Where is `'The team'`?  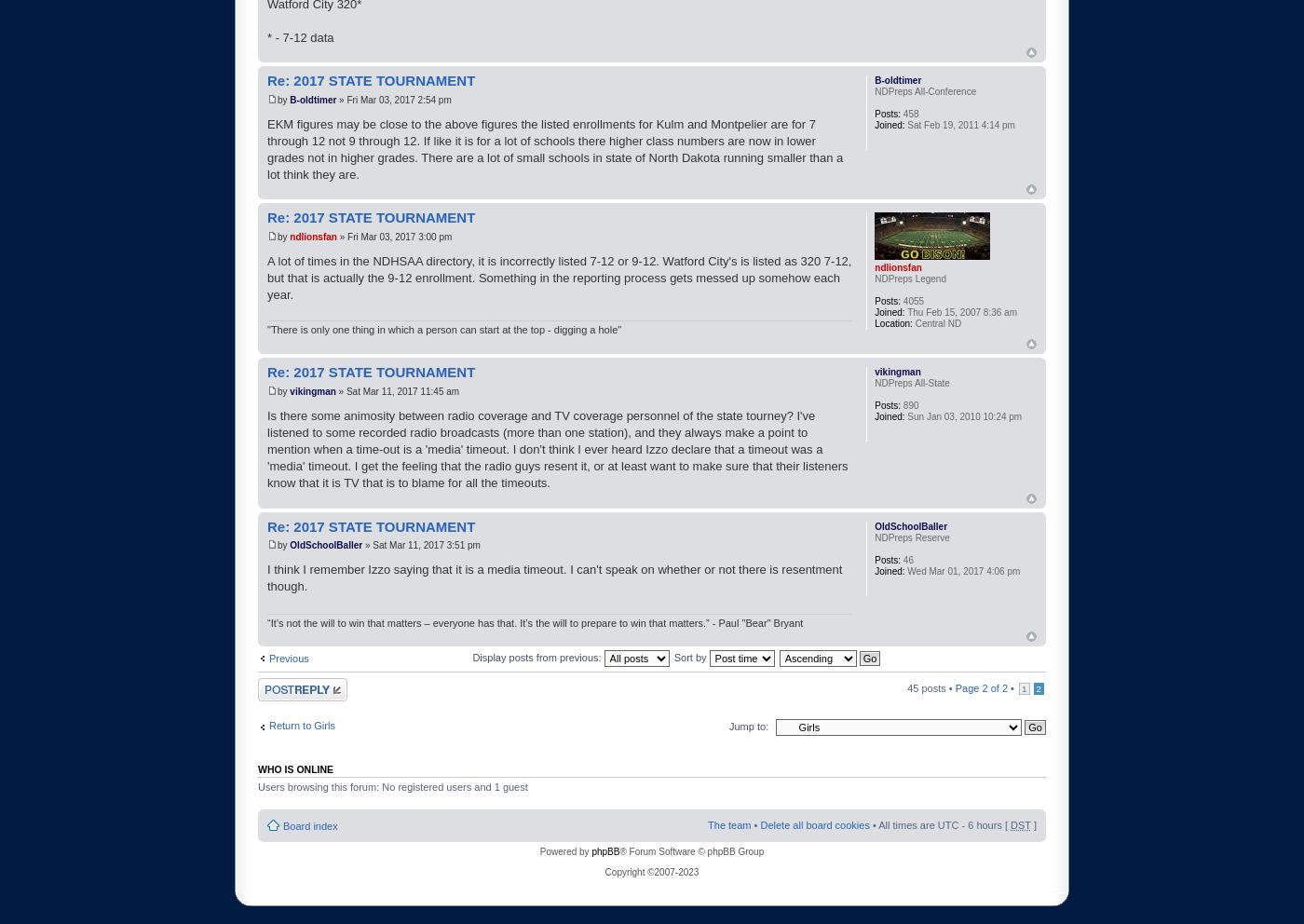 'The team' is located at coordinates (729, 823).